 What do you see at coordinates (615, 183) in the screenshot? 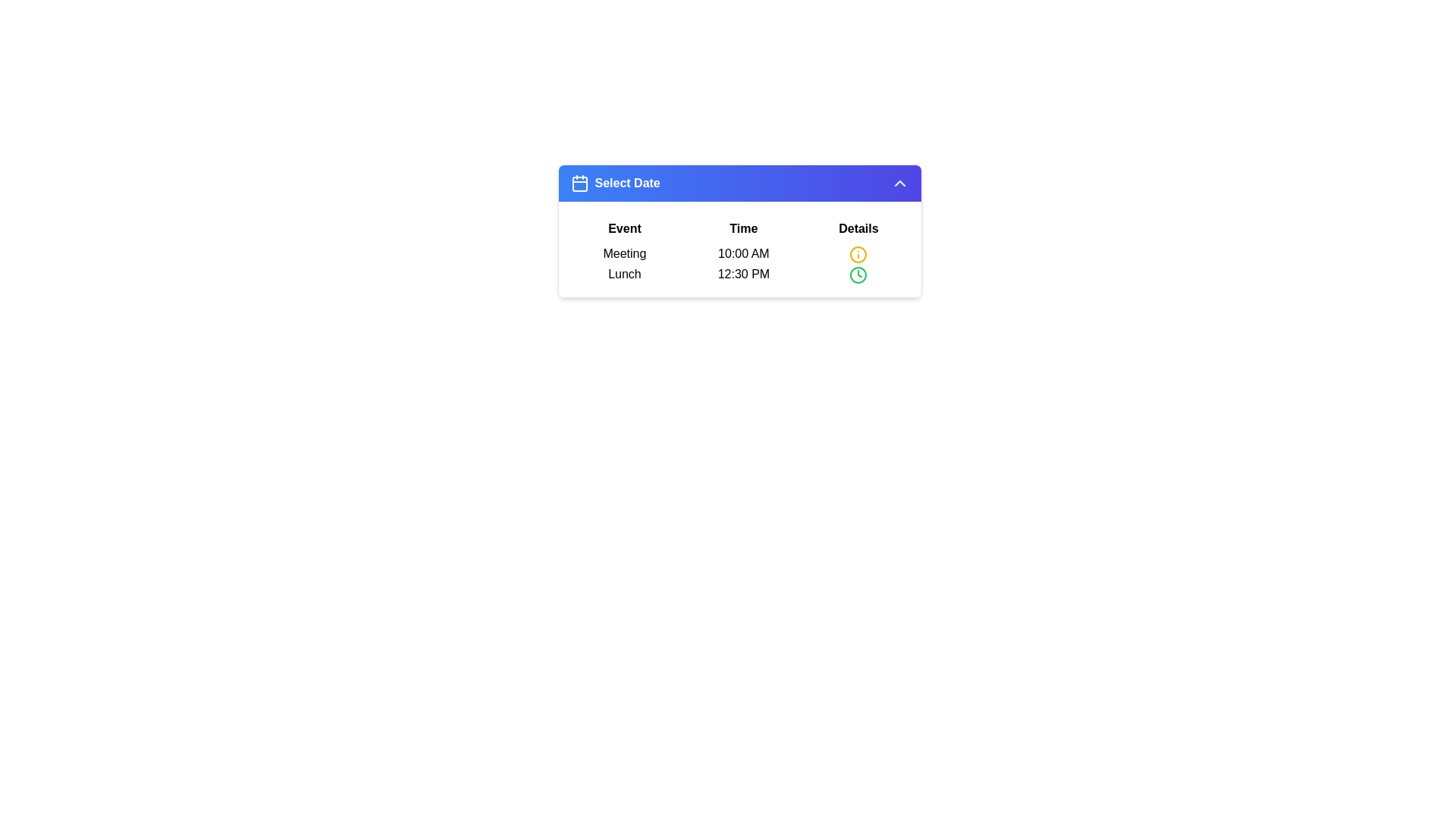
I see `the 'Select Date' label with a calendar icon, located in the header of a blue-colored box, positioned at the top left` at bounding box center [615, 183].